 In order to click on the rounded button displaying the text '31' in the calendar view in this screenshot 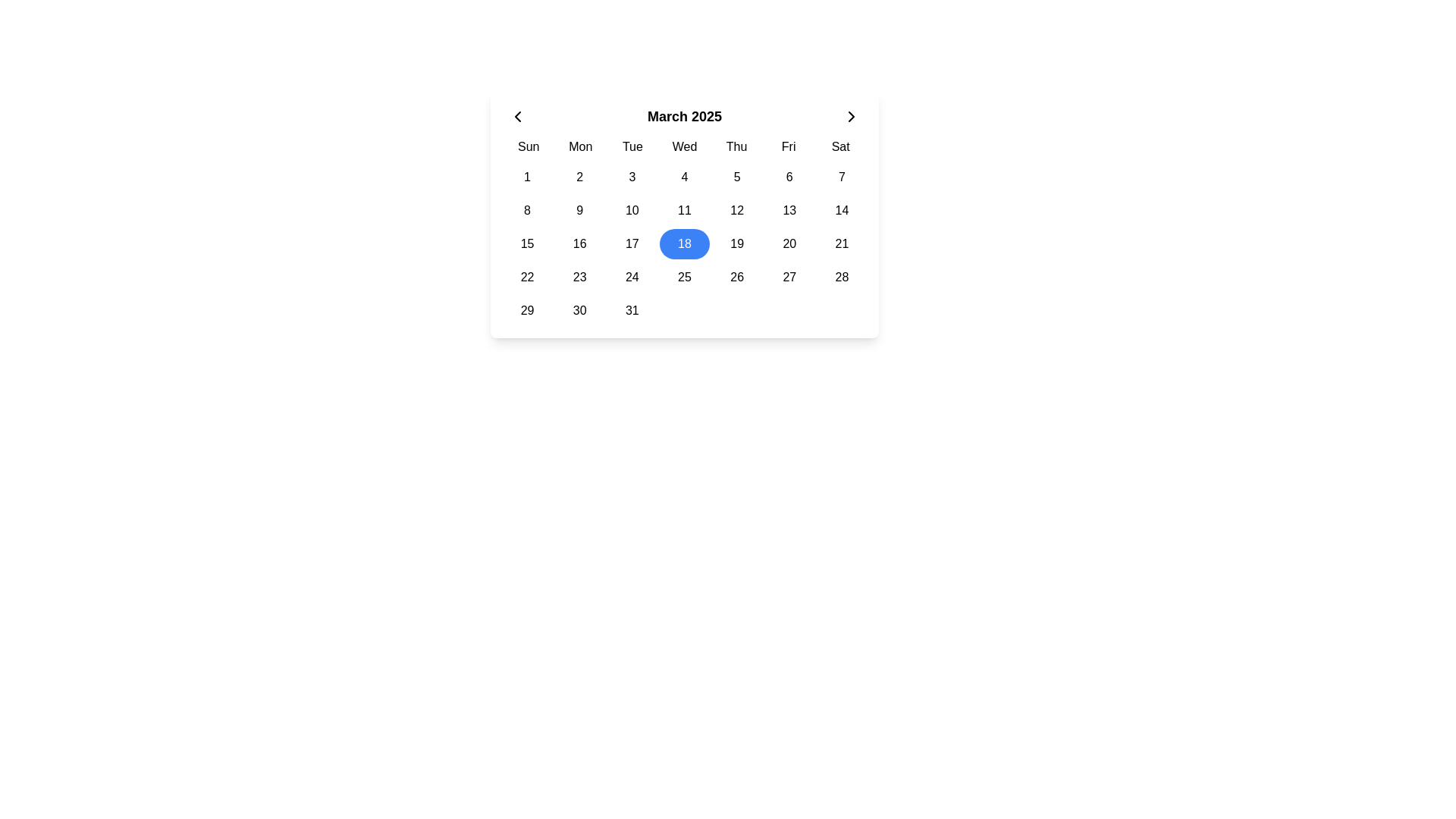, I will do `click(632, 309)`.